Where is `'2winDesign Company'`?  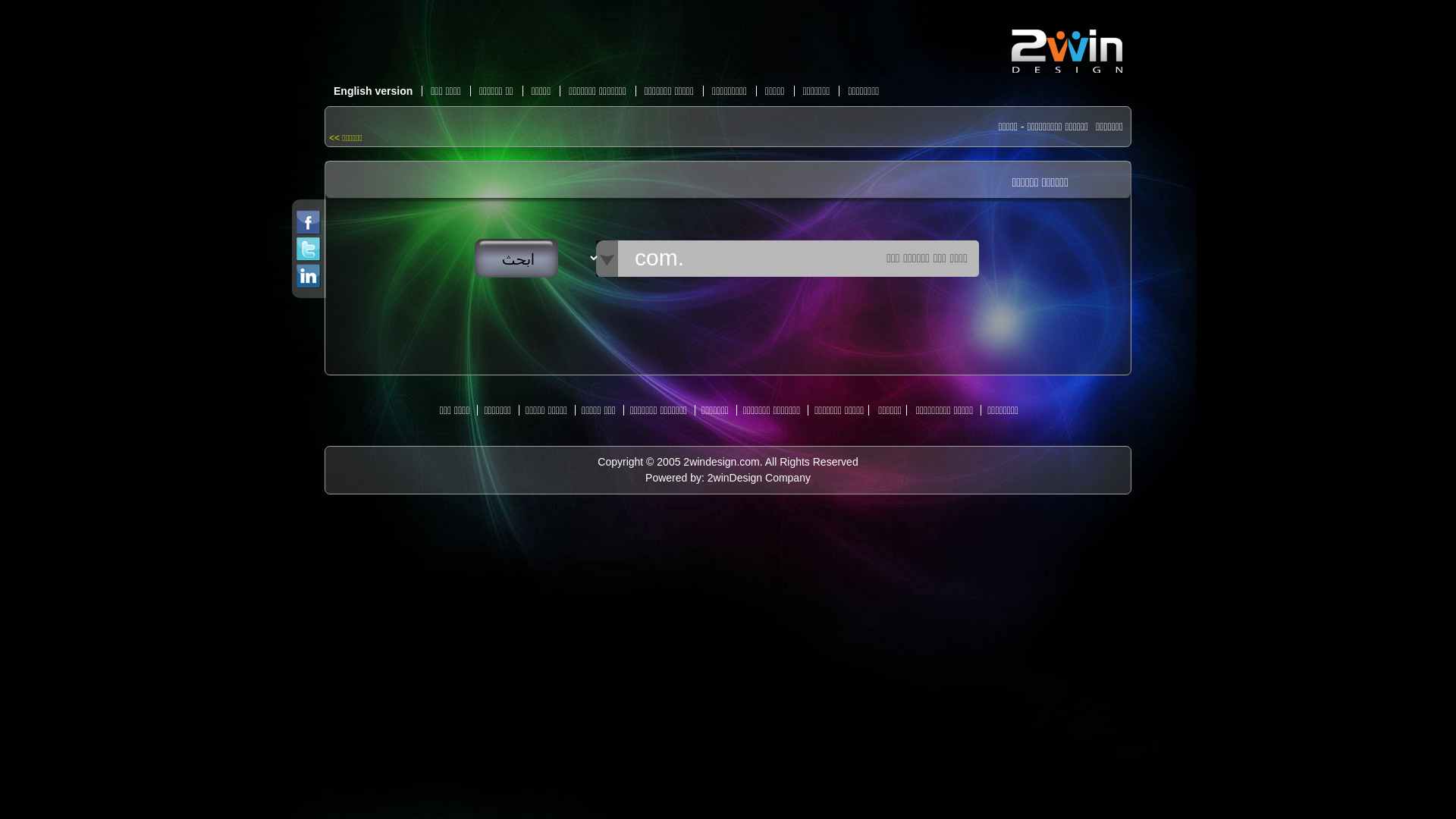 '2winDesign Company' is located at coordinates (759, 476).